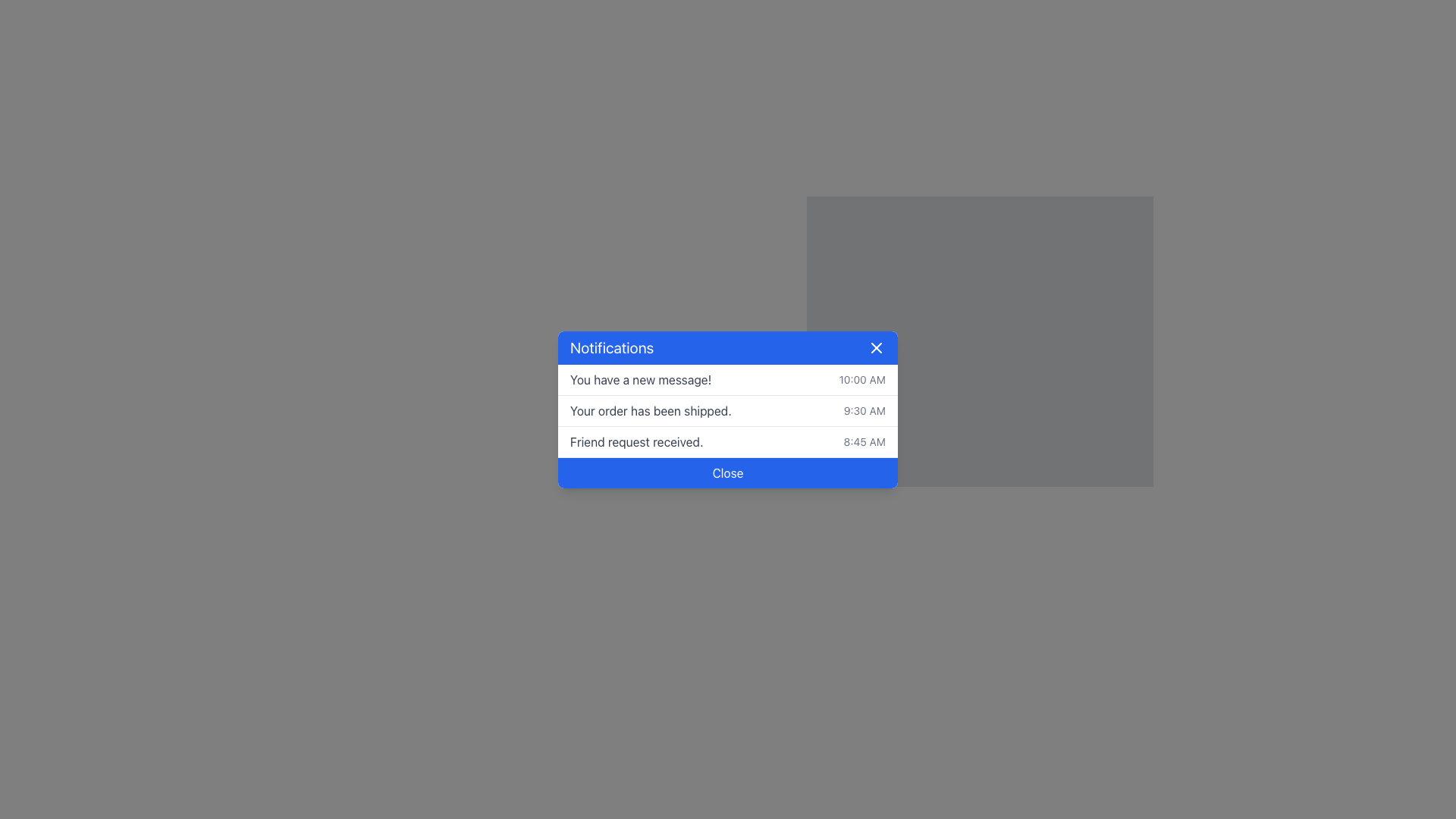 The image size is (1456, 819). What do you see at coordinates (636, 441) in the screenshot?
I see `the text label that reads 'Friend request received.' located in the third row of the notification panel` at bounding box center [636, 441].